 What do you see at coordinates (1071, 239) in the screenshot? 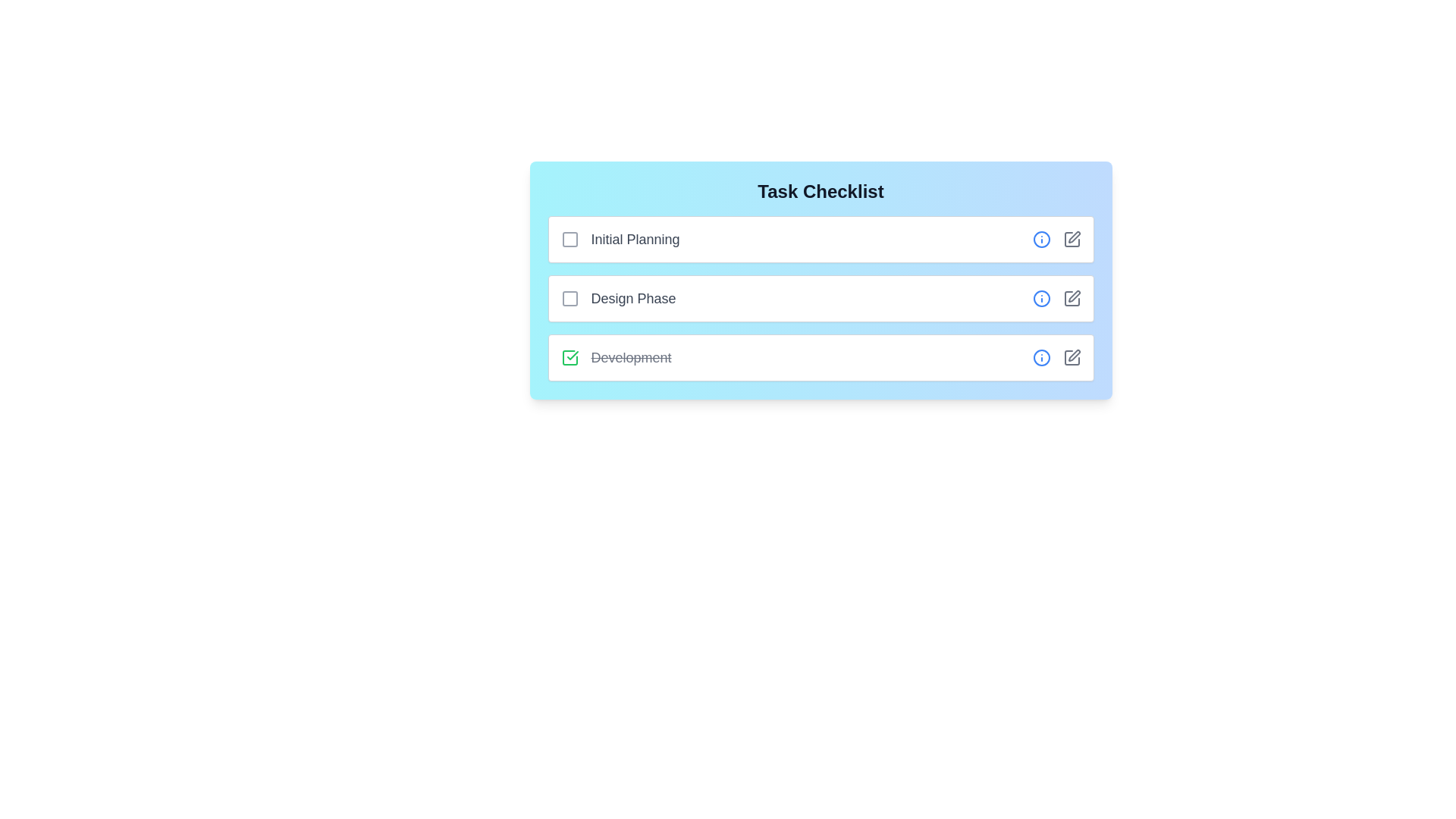
I see `the edit icon for the task named Initial Planning` at bounding box center [1071, 239].